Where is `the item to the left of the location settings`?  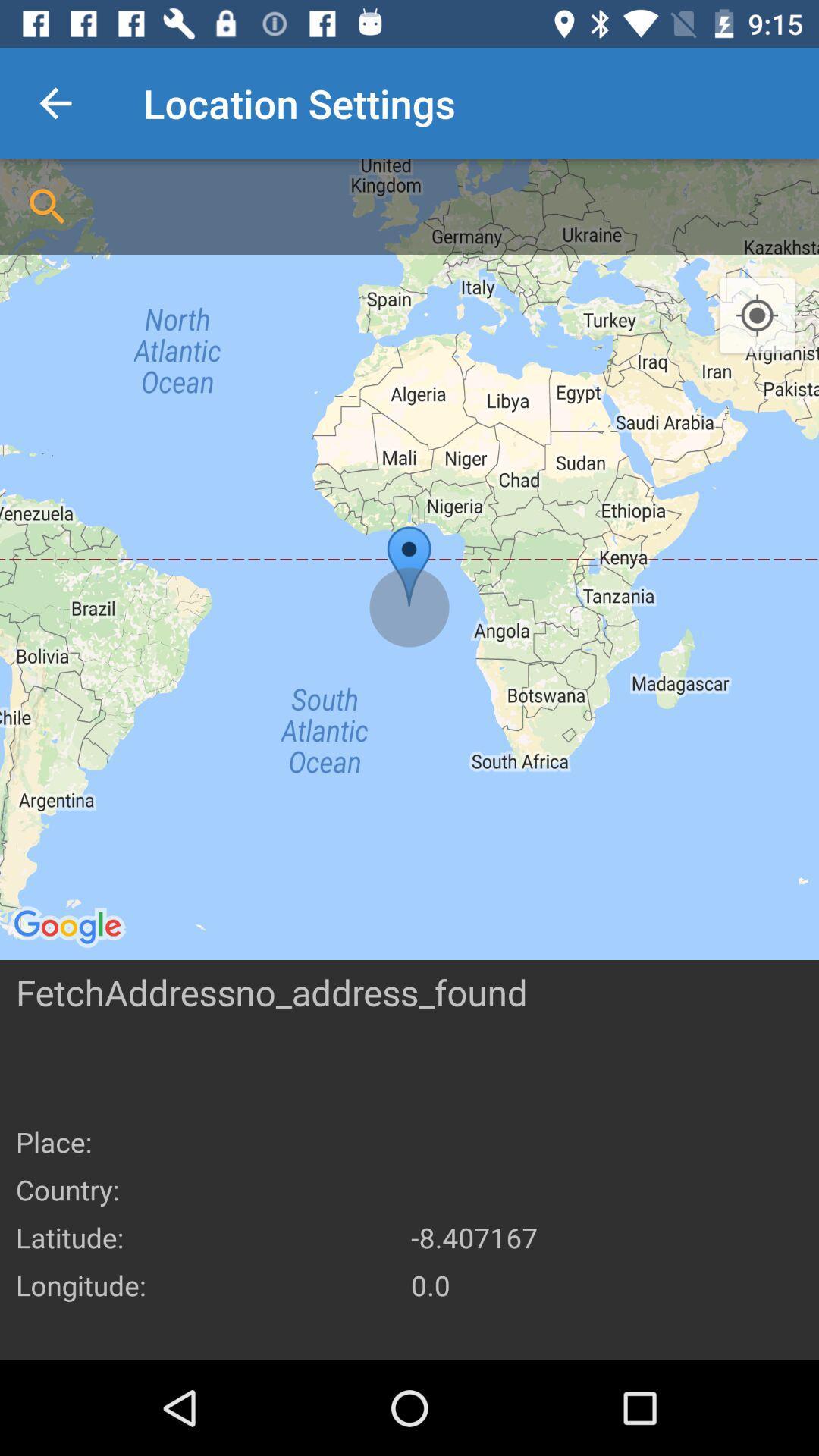 the item to the left of the location settings is located at coordinates (55, 102).